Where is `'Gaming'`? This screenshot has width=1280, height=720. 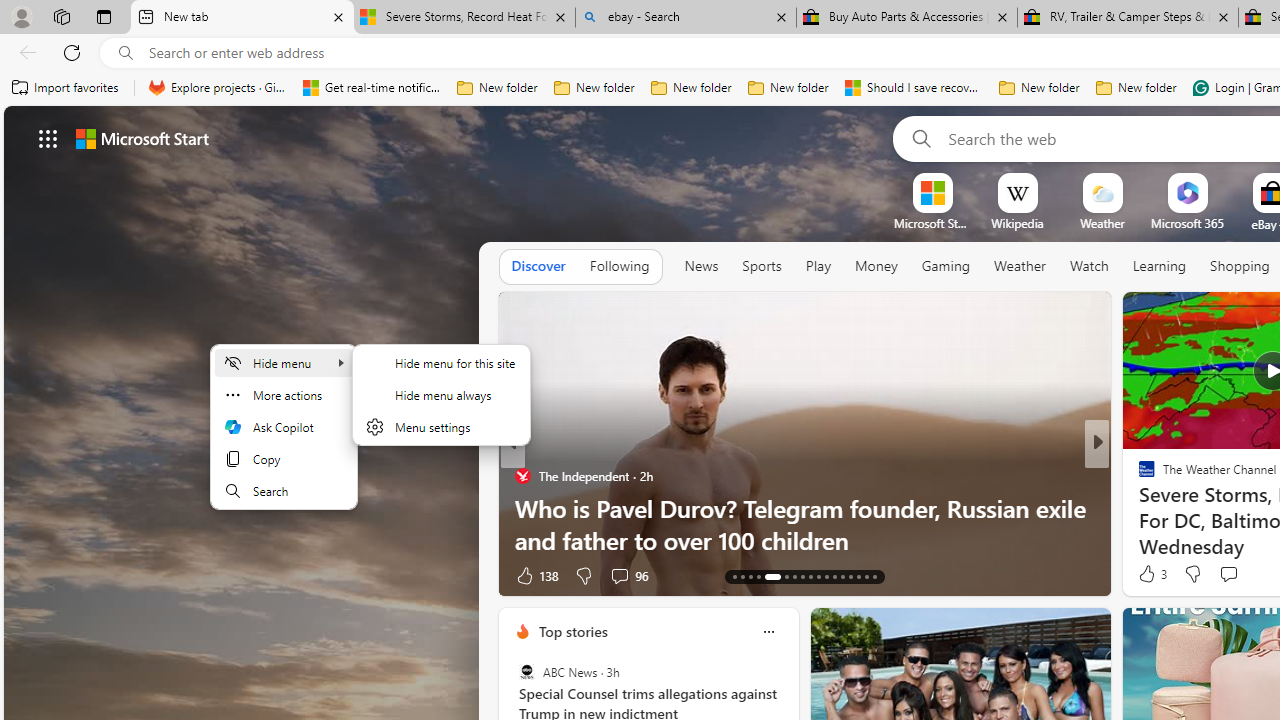 'Gaming' is located at coordinates (944, 266).